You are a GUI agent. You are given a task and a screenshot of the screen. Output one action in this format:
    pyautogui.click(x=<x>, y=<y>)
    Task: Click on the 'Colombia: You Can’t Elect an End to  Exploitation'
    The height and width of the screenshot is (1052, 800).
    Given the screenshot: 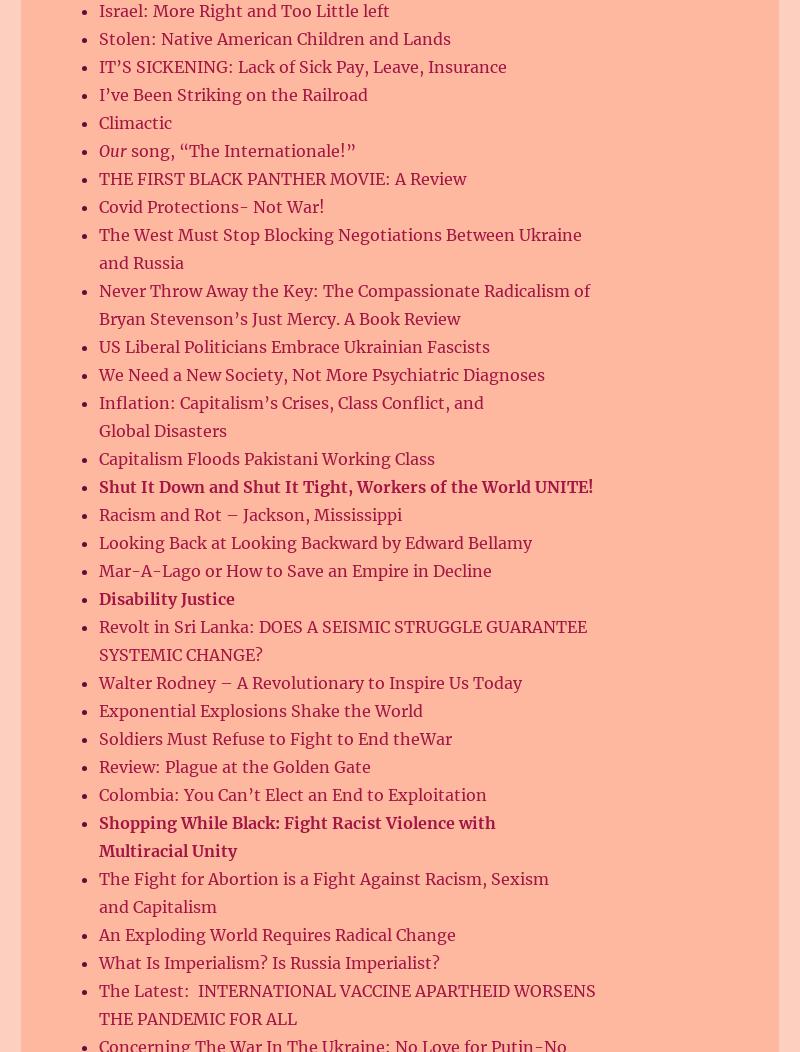 What is the action you would take?
    pyautogui.click(x=299, y=794)
    